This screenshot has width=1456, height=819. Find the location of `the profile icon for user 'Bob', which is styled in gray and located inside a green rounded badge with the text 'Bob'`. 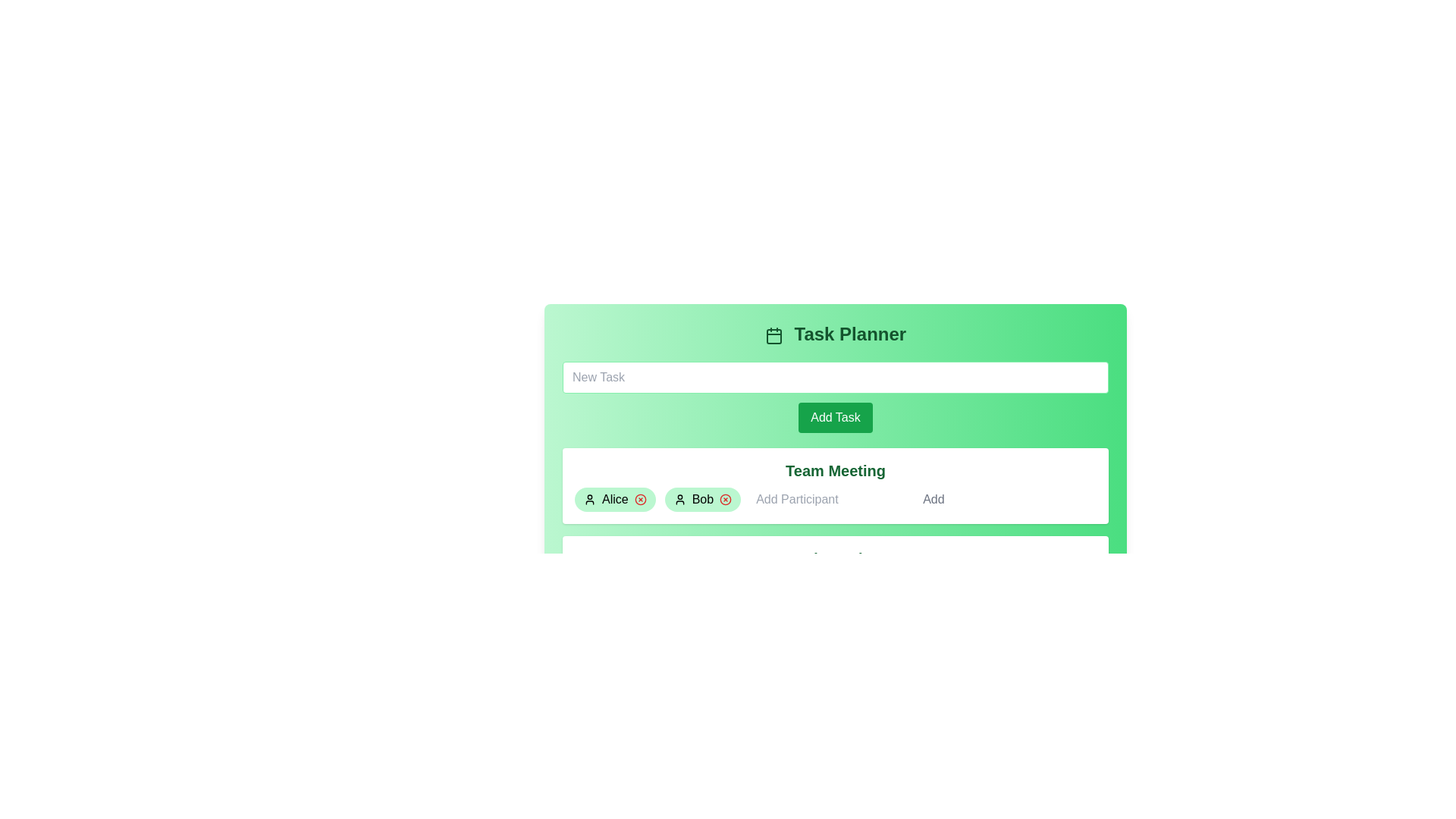

the profile icon for user 'Bob', which is styled in gray and located inside a green rounded badge with the text 'Bob' is located at coordinates (679, 500).